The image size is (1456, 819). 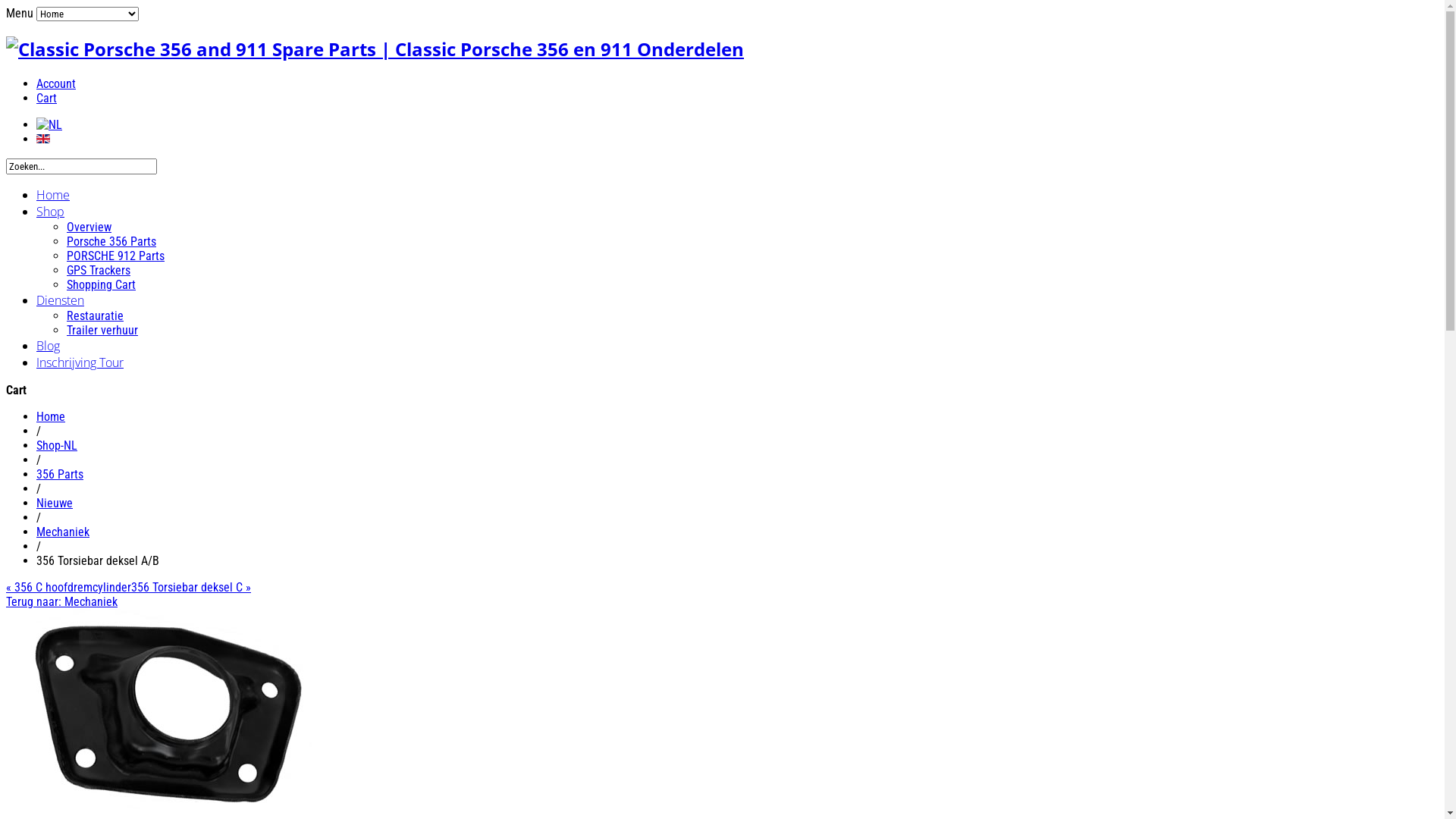 I want to click on 'PORSCHE 912 Parts', so click(x=65, y=255).